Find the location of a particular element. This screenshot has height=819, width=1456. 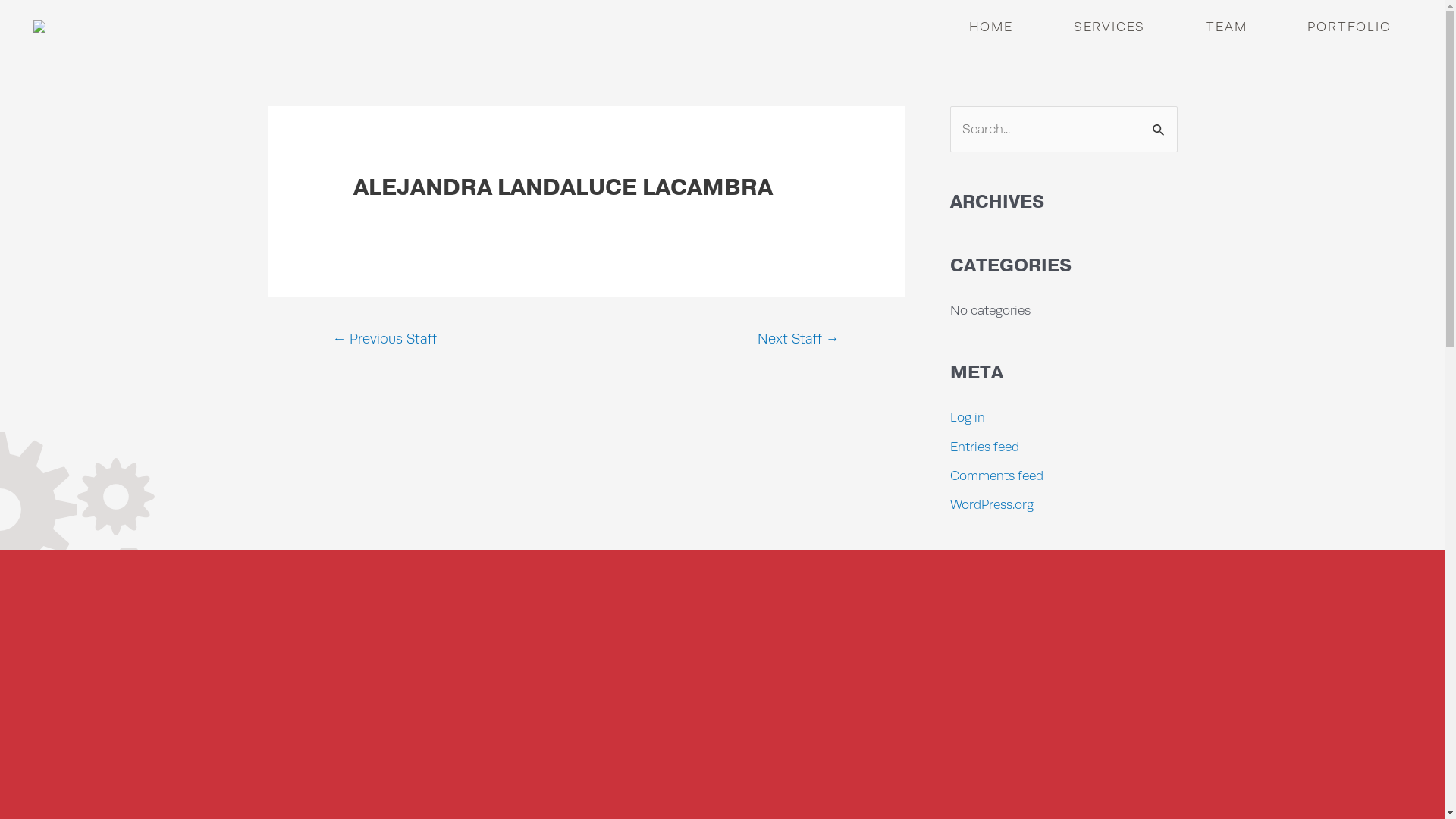

'WordPress.org' is located at coordinates (990, 504).